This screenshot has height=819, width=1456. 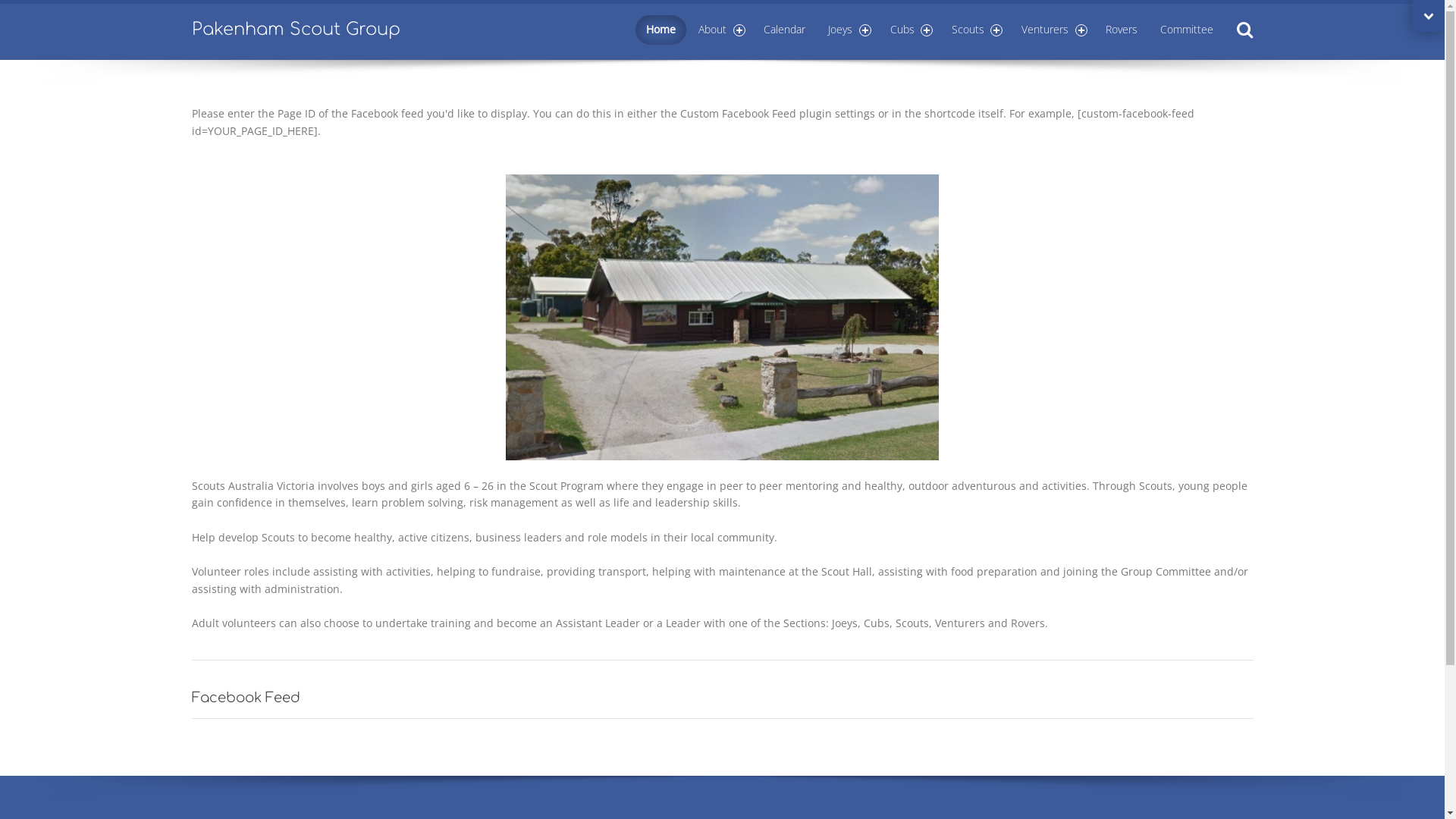 I want to click on 'Cubs', so click(x=909, y=30).